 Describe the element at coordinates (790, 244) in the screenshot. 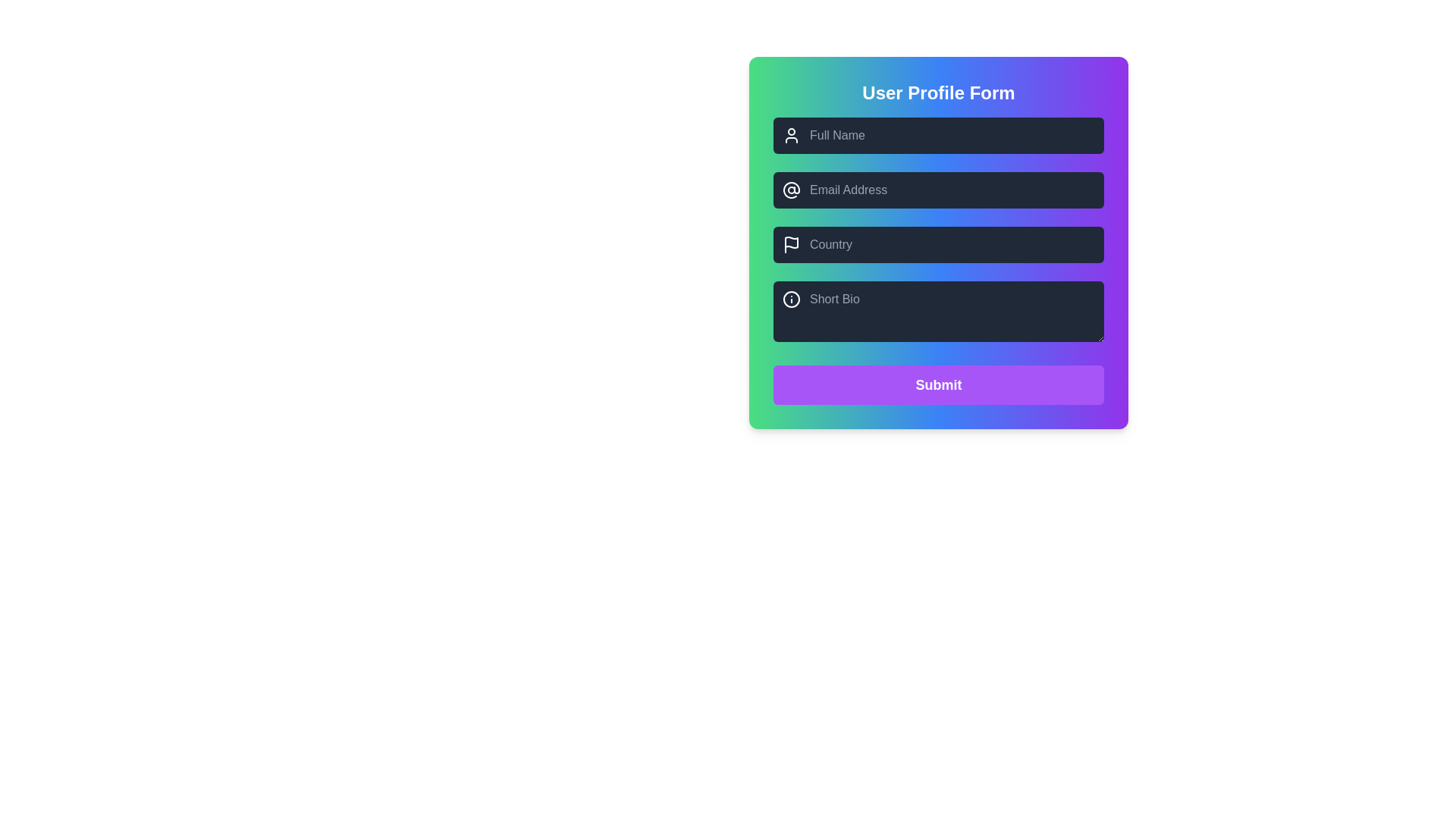

I see `the country icon located to the left of the 'Country' input field in the user profile form` at that location.